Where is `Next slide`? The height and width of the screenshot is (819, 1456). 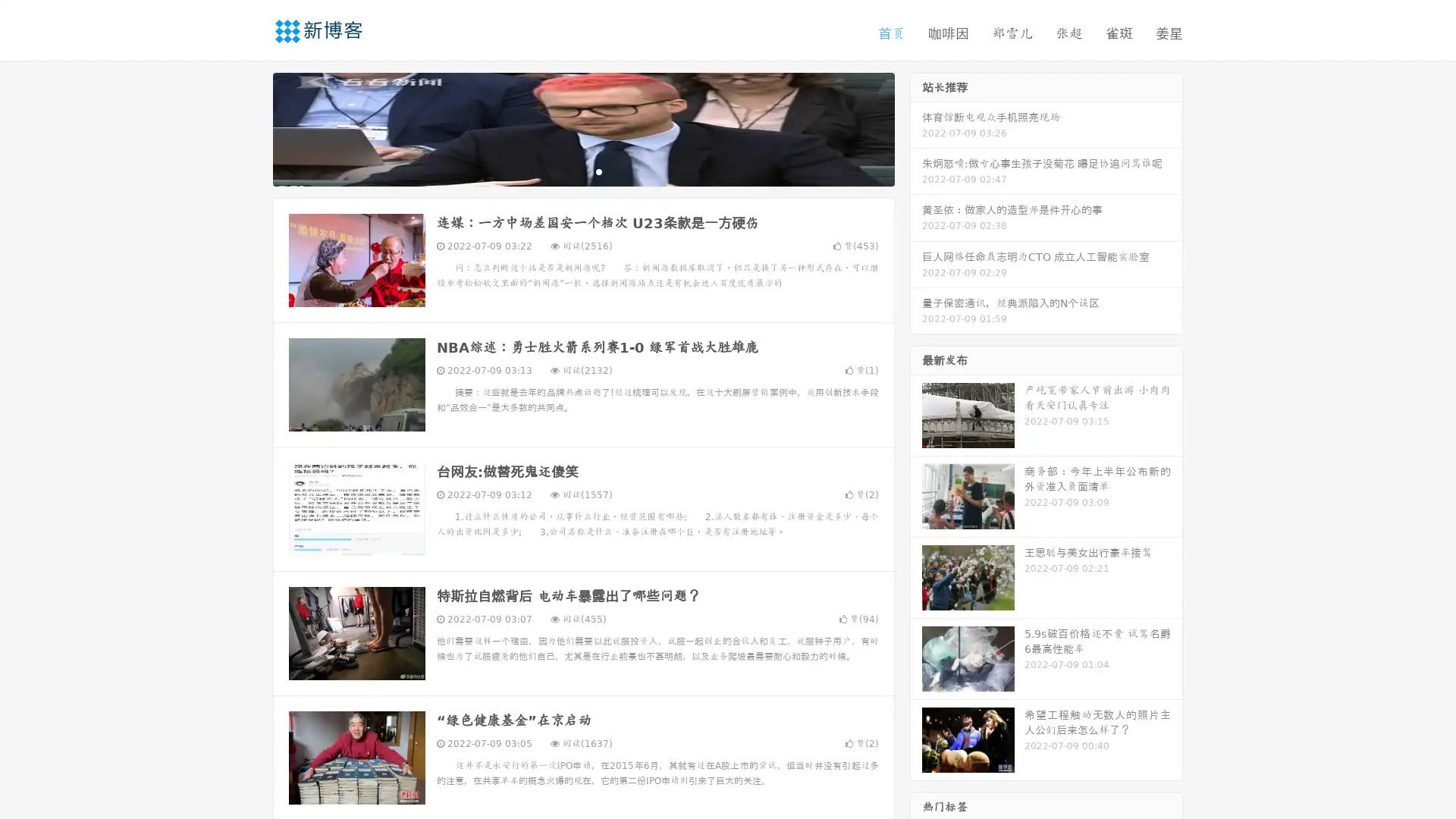
Next slide is located at coordinates (916, 127).